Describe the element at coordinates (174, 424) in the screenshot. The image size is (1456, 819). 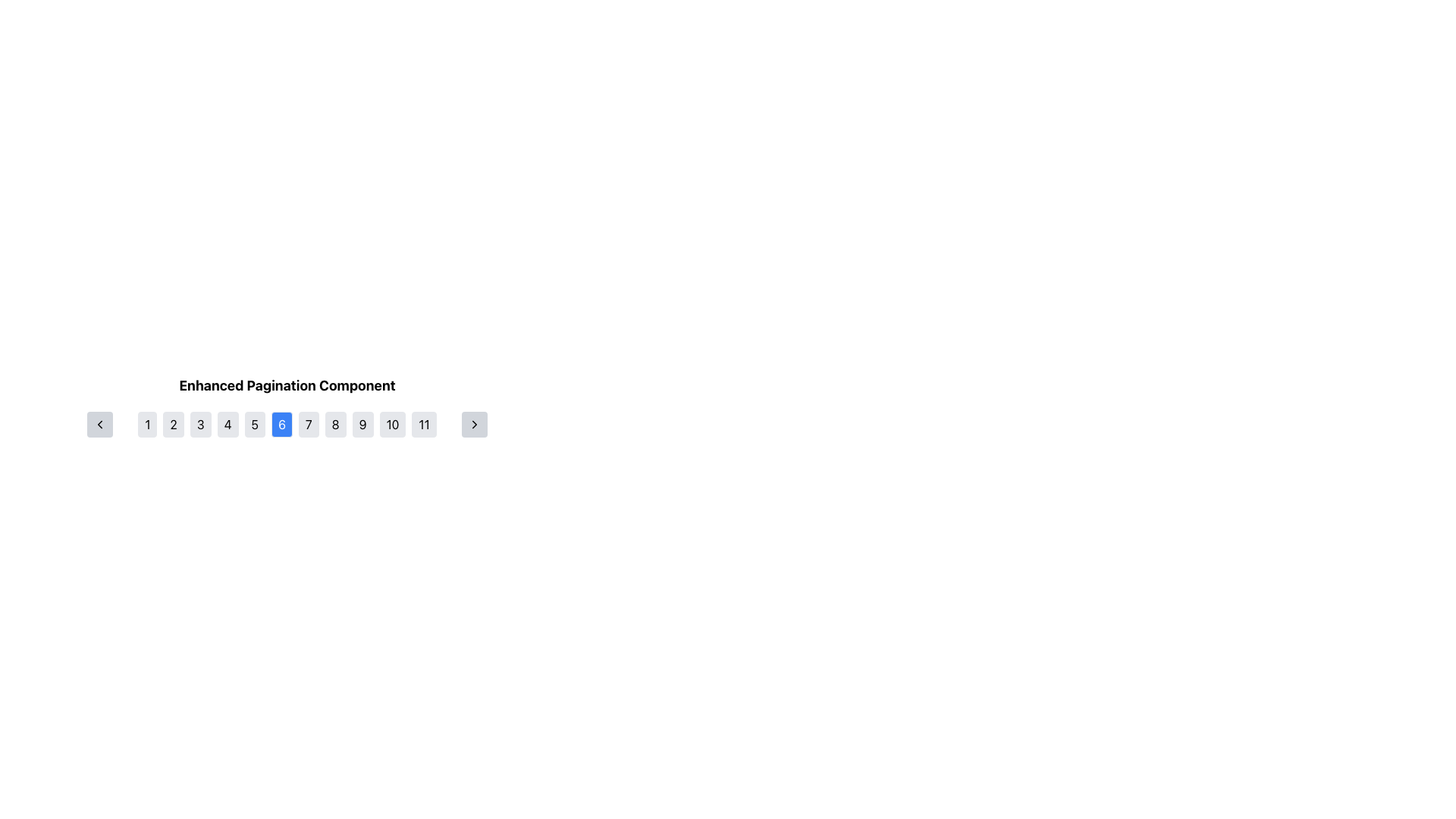
I see `the pagination button labeled '2', which is the second button in a row of buttons` at that location.